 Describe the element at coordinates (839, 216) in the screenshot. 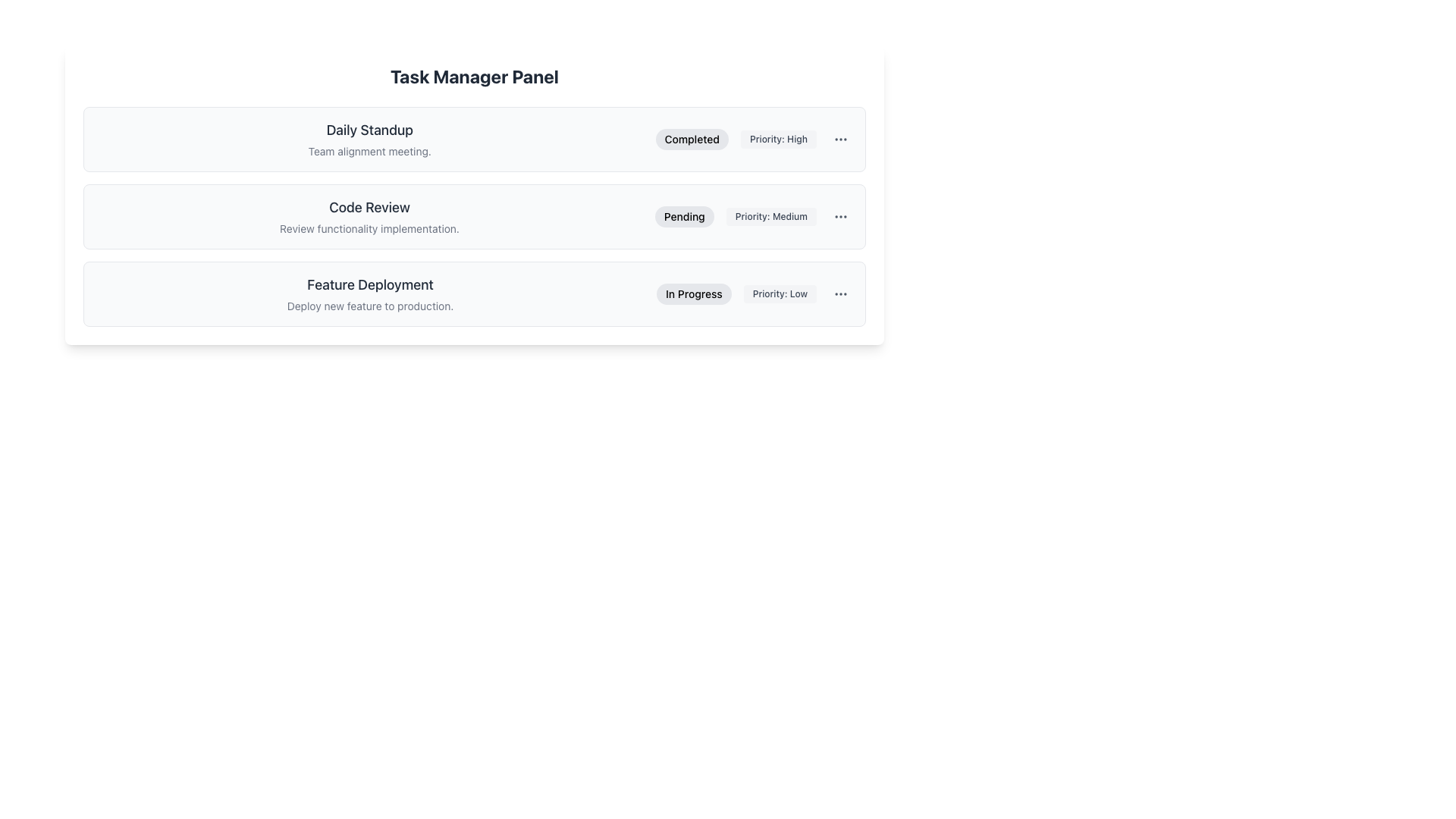

I see `the icon button represented by three horizontally aligned gray dots located at the far-right end of the row labeled 'Pending' and 'Priority: Medium'` at that location.